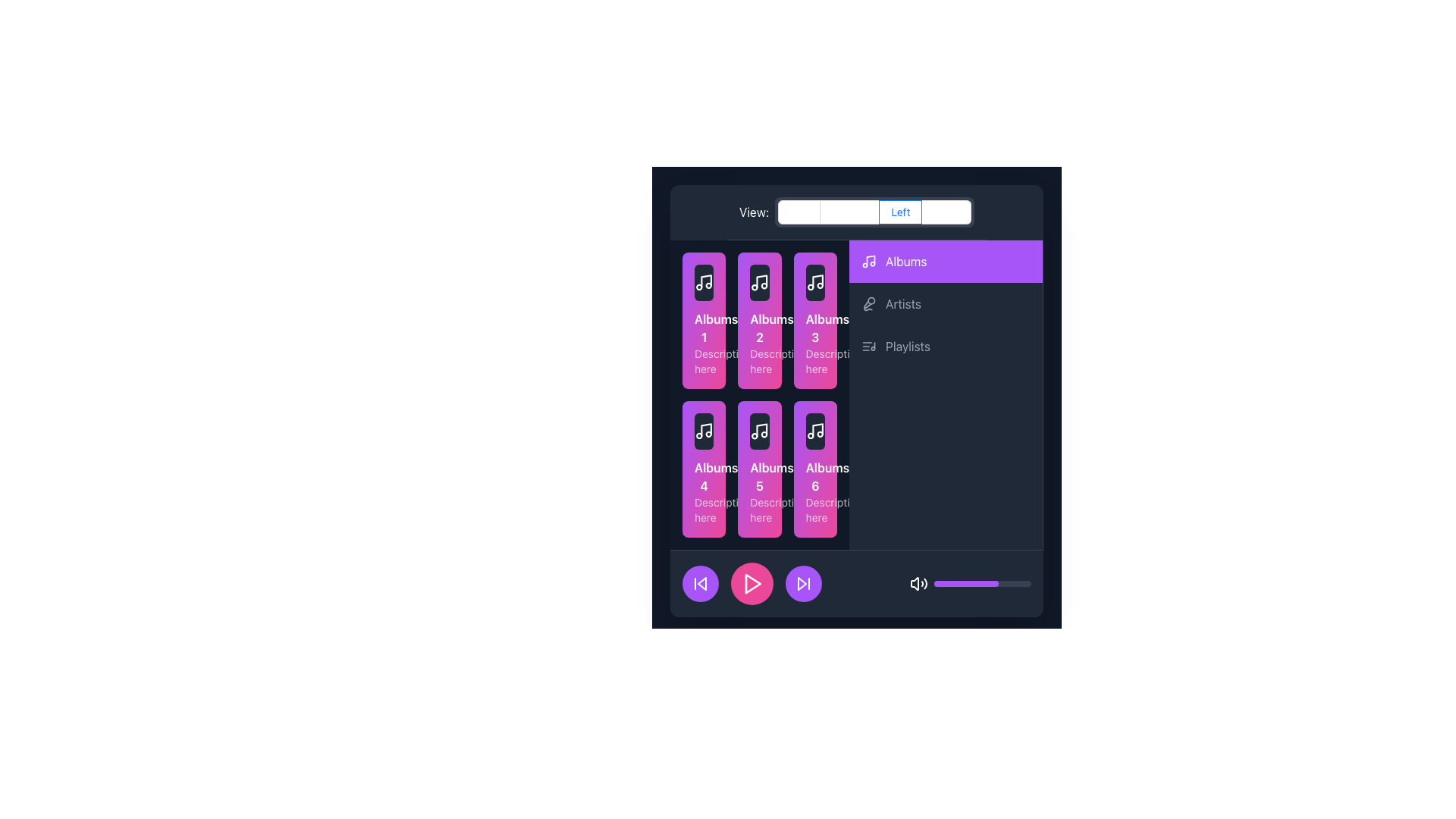 Image resolution: width=1456 pixels, height=819 pixels. Describe the element at coordinates (946, 583) in the screenshot. I see `the volume level` at that location.